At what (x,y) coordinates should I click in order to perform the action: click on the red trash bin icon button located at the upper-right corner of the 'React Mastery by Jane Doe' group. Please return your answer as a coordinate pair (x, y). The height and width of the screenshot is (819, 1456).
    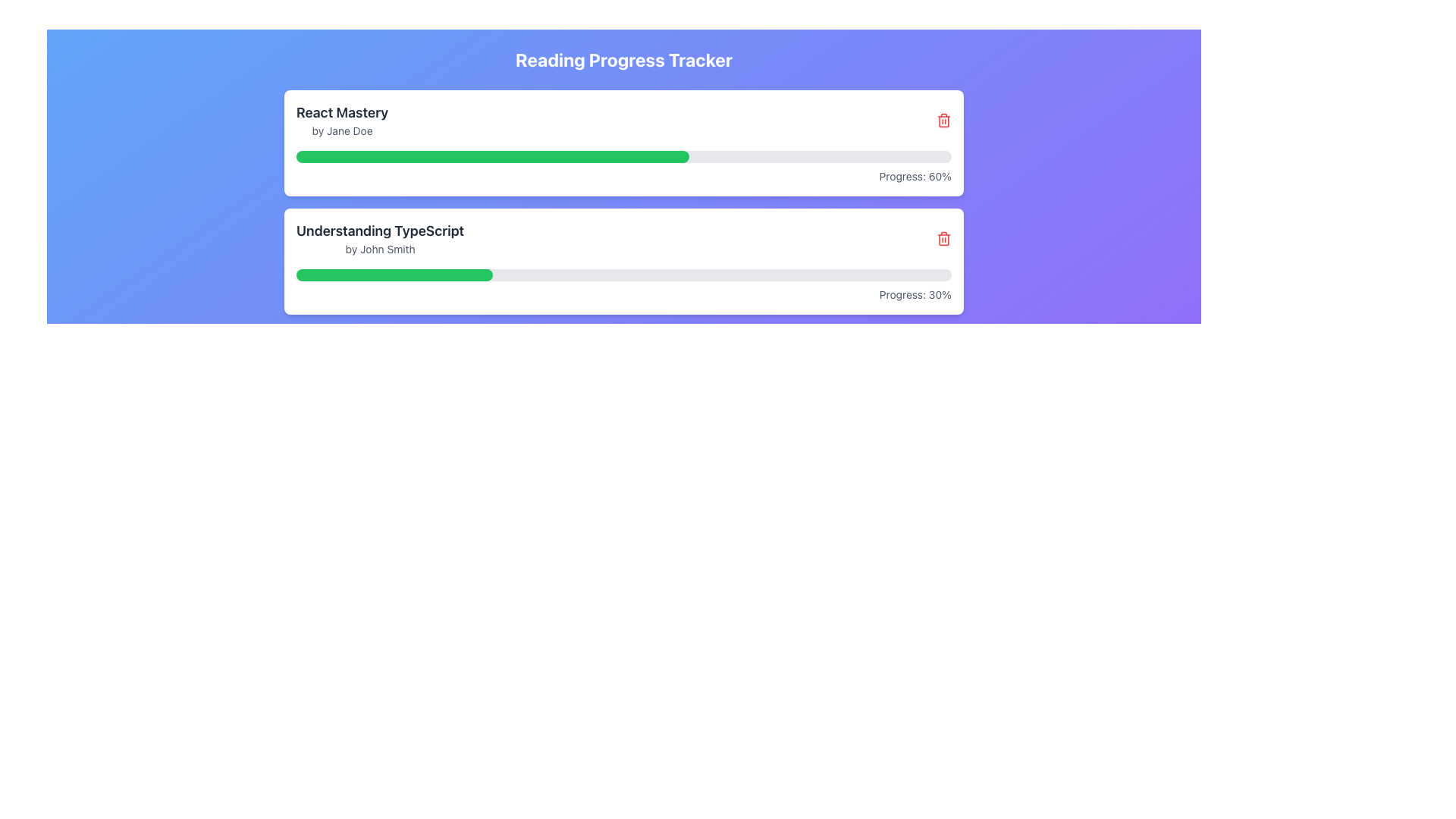
    Looking at the image, I should click on (943, 119).